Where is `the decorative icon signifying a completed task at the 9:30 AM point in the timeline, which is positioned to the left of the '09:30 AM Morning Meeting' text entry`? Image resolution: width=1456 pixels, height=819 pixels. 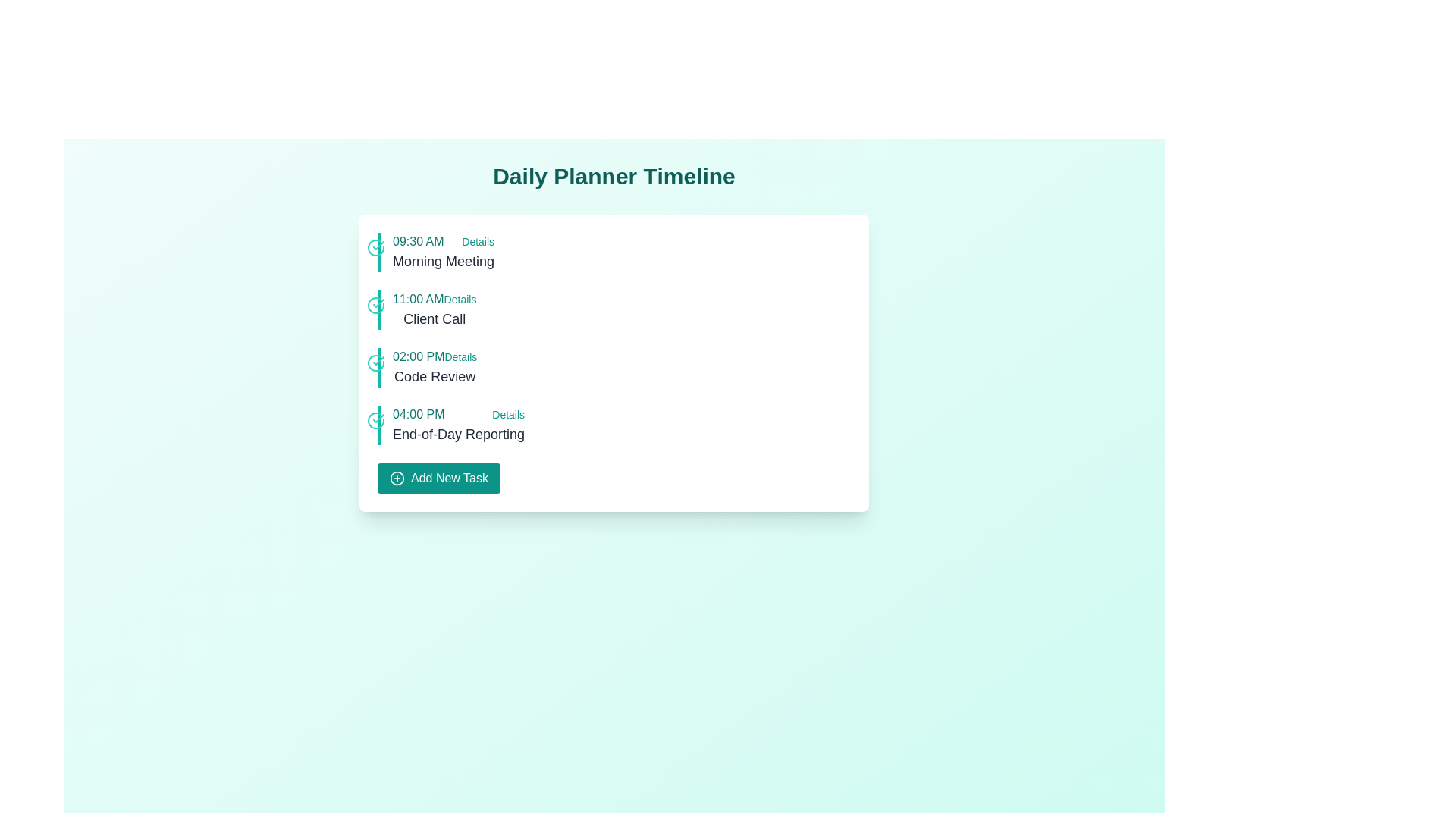
the decorative icon signifying a completed task at the 9:30 AM point in the timeline, which is positioned to the left of the '09:30 AM Morning Meeting' text entry is located at coordinates (375, 247).